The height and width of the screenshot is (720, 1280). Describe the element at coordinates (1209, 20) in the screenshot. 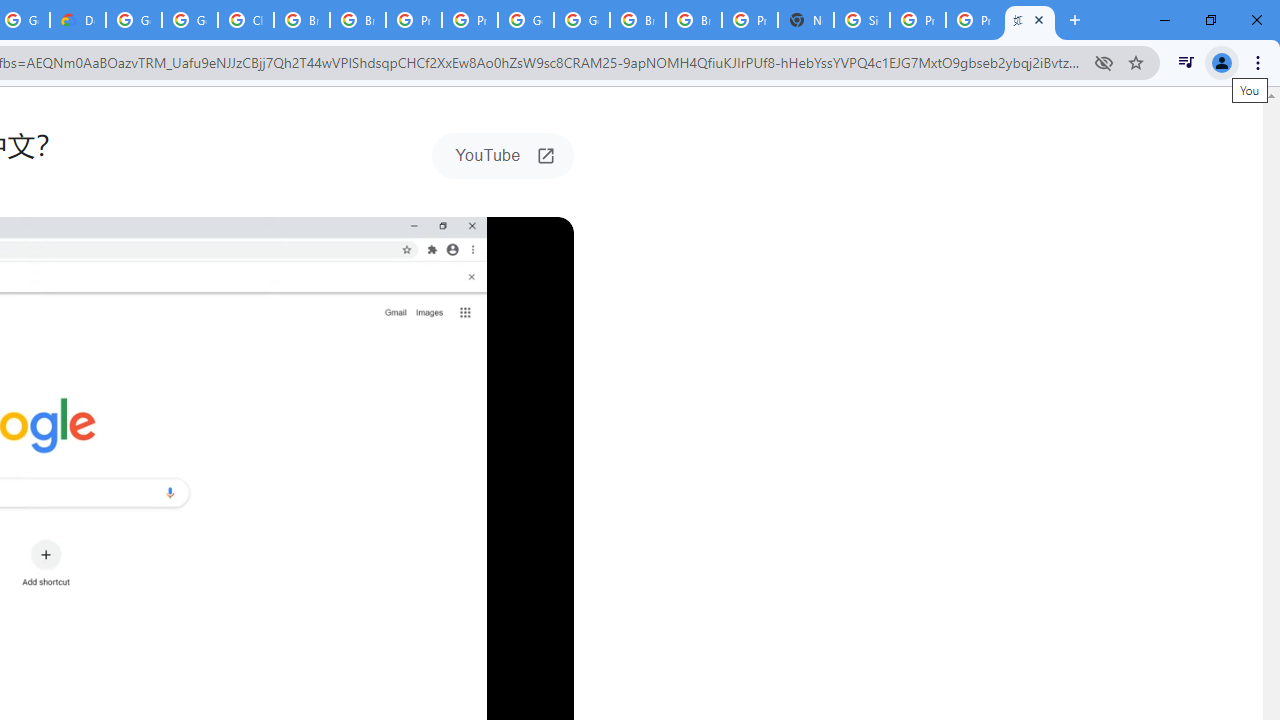

I see `'Restore'` at that location.